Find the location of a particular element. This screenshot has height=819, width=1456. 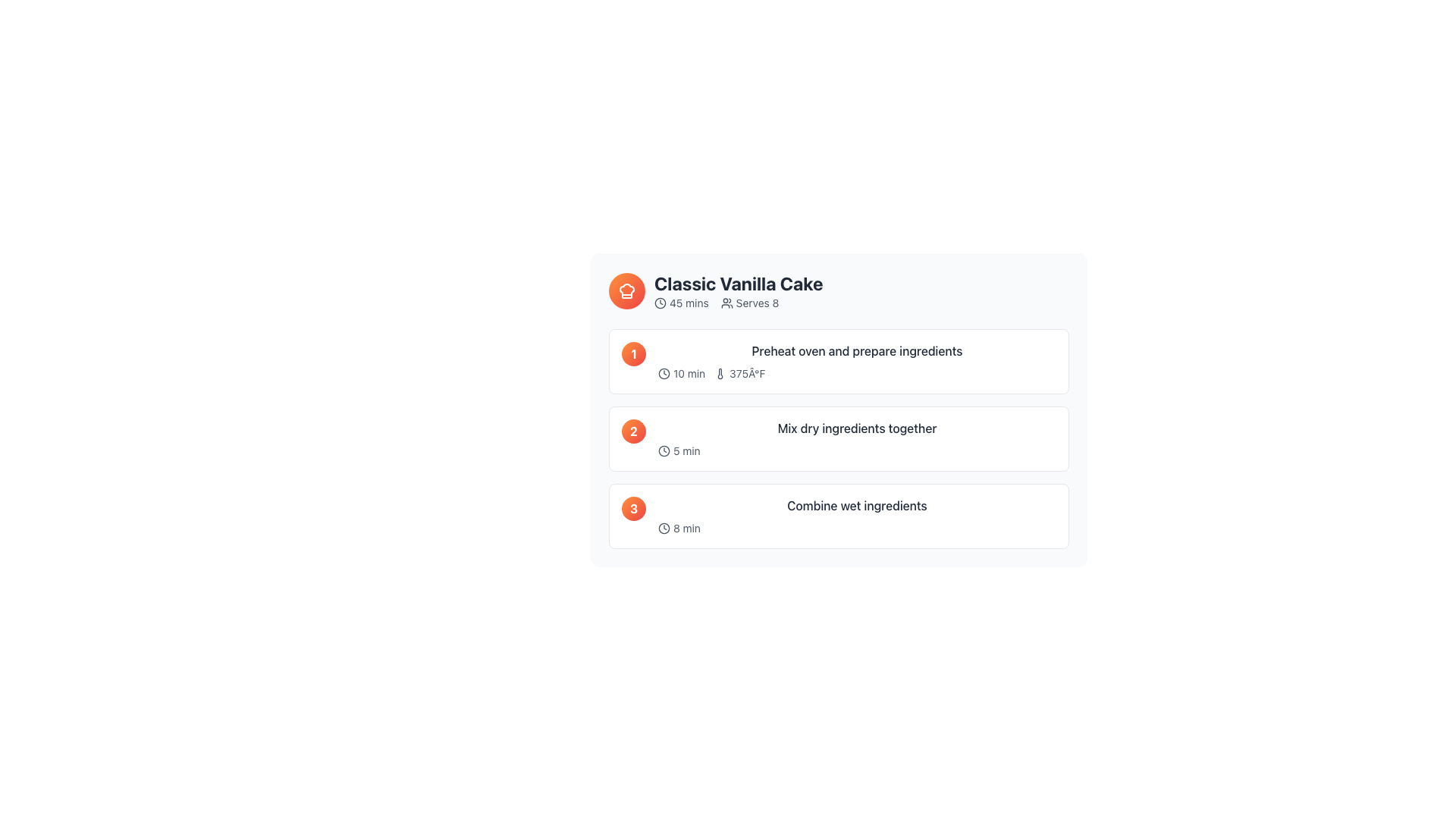

clock icon located in the header section, which is the first icon to the left of the '45 mins' text is located at coordinates (660, 303).